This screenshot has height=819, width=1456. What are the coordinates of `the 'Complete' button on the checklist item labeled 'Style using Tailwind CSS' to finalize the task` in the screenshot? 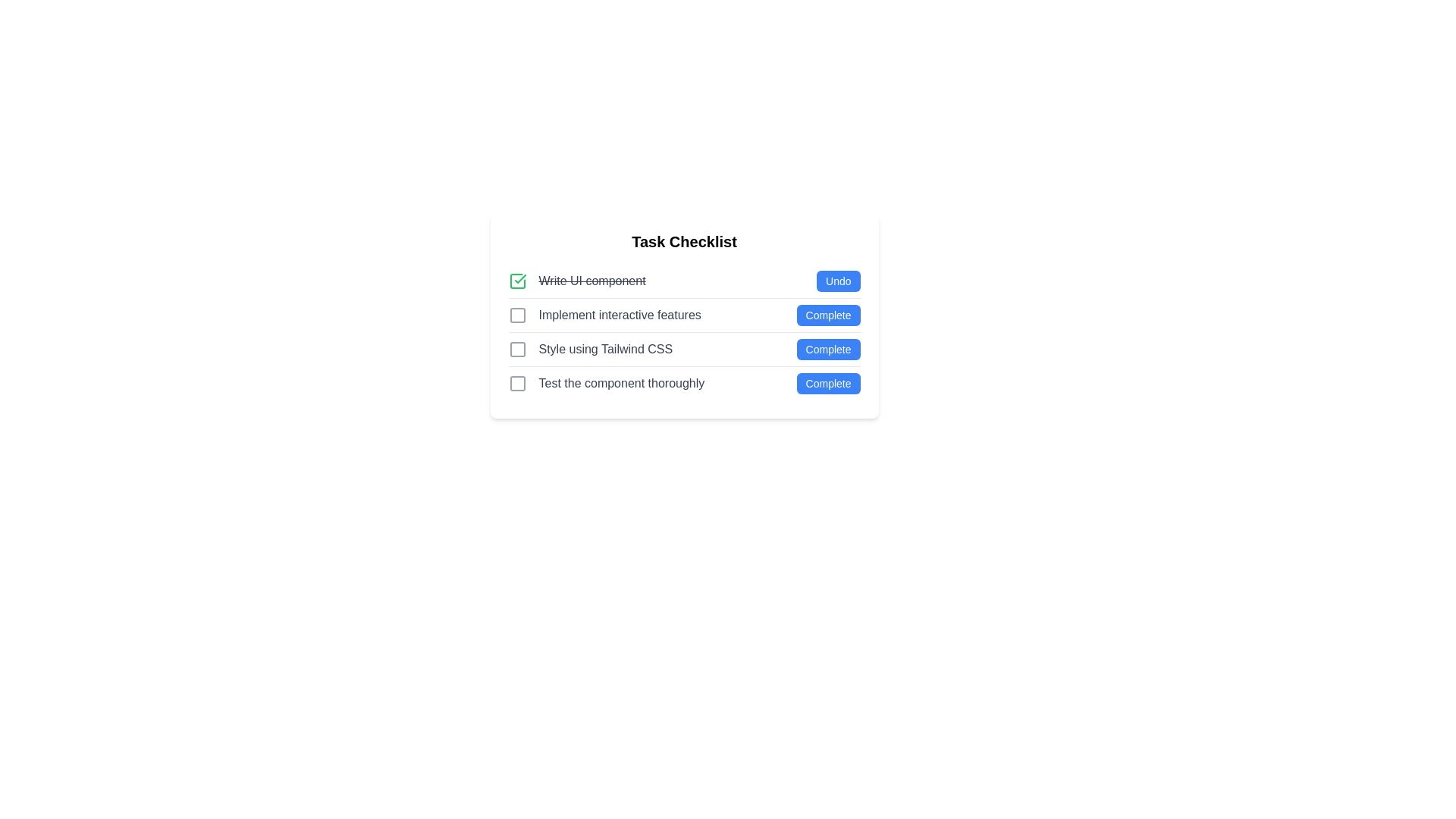 It's located at (683, 350).